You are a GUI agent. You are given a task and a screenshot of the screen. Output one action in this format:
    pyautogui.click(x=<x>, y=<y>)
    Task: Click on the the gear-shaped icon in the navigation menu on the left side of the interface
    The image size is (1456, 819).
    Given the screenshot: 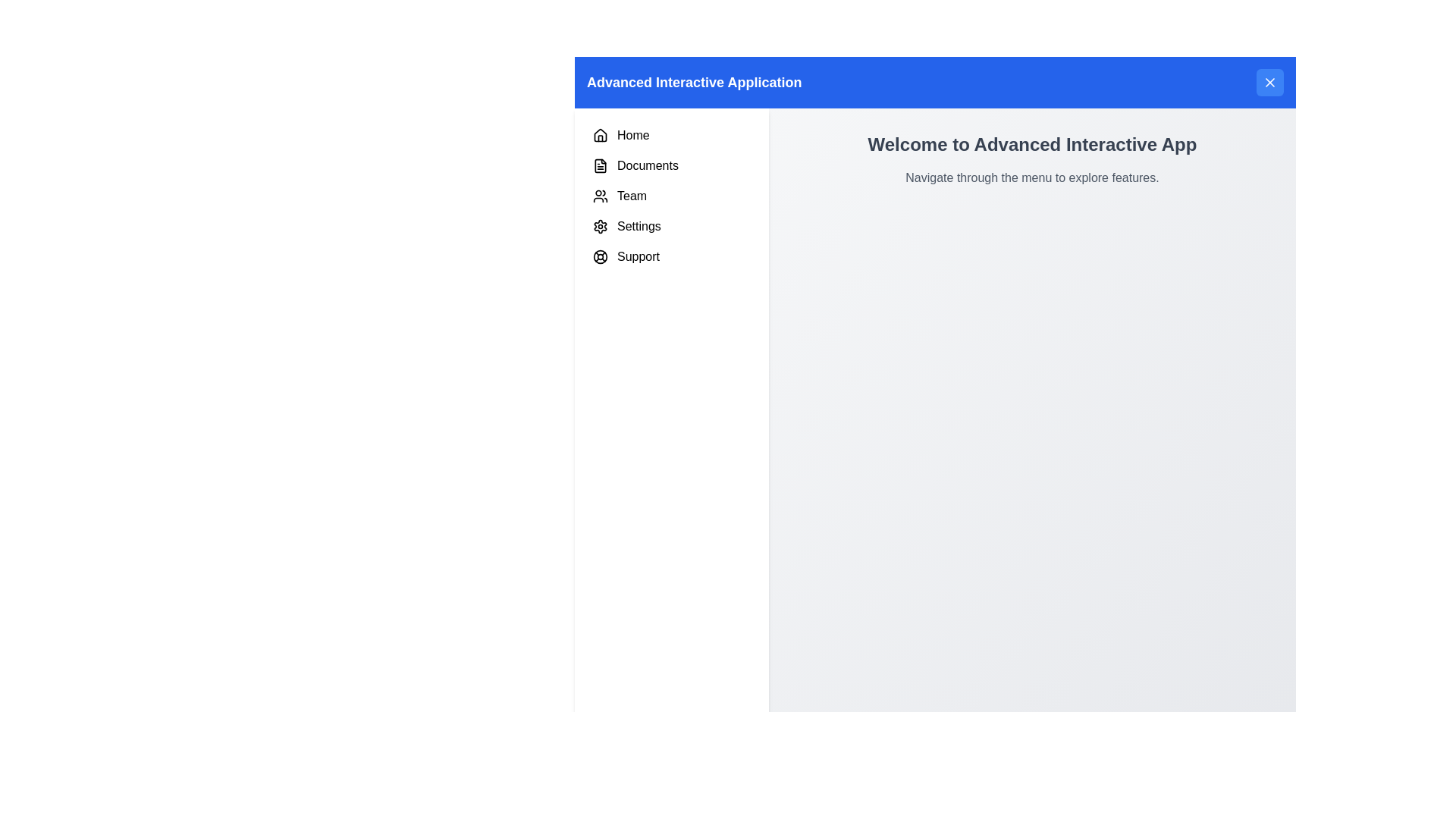 What is the action you would take?
    pyautogui.click(x=600, y=227)
    